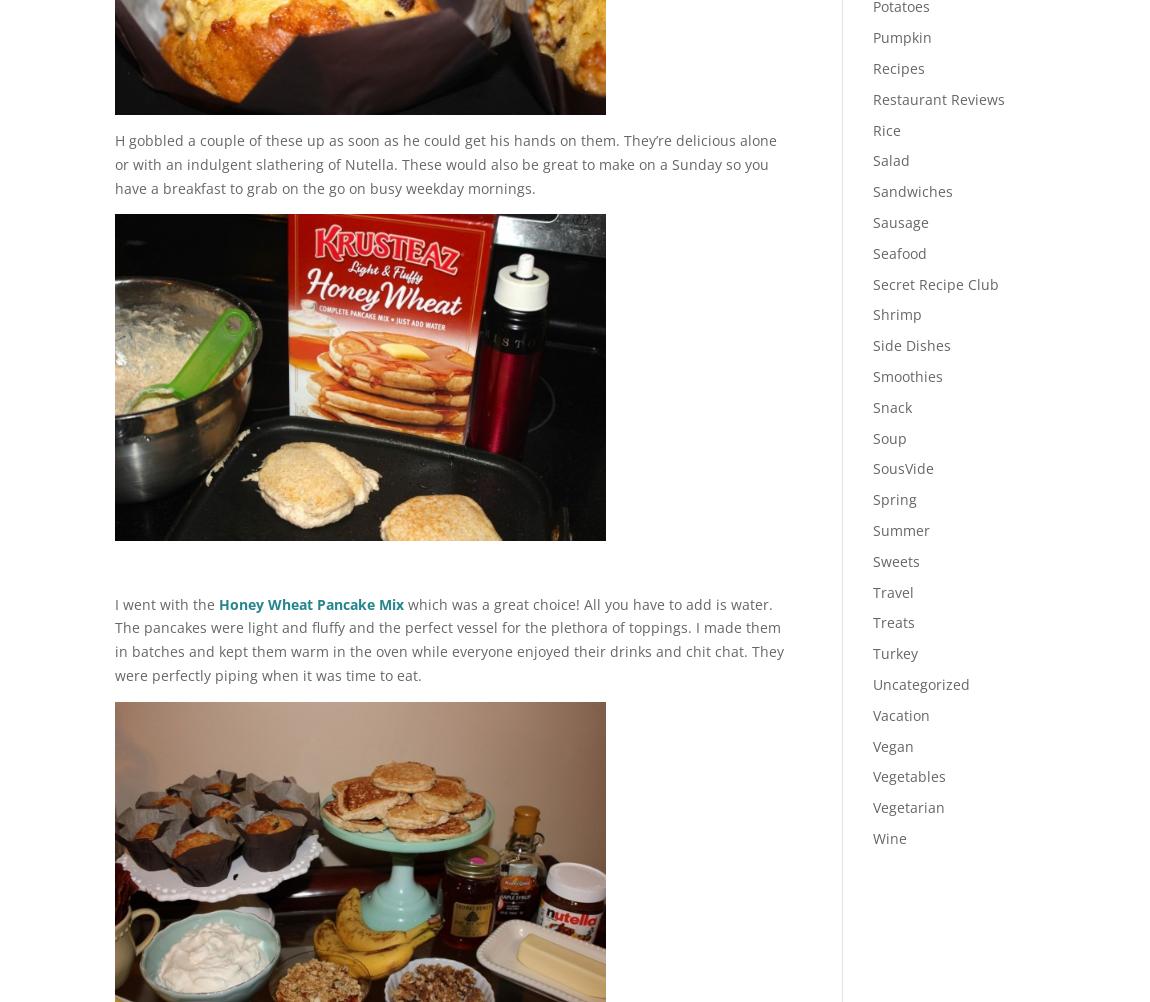  What do you see at coordinates (920, 683) in the screenshot?
I see `'Uncategorized'` at bounding box center [920, 683].